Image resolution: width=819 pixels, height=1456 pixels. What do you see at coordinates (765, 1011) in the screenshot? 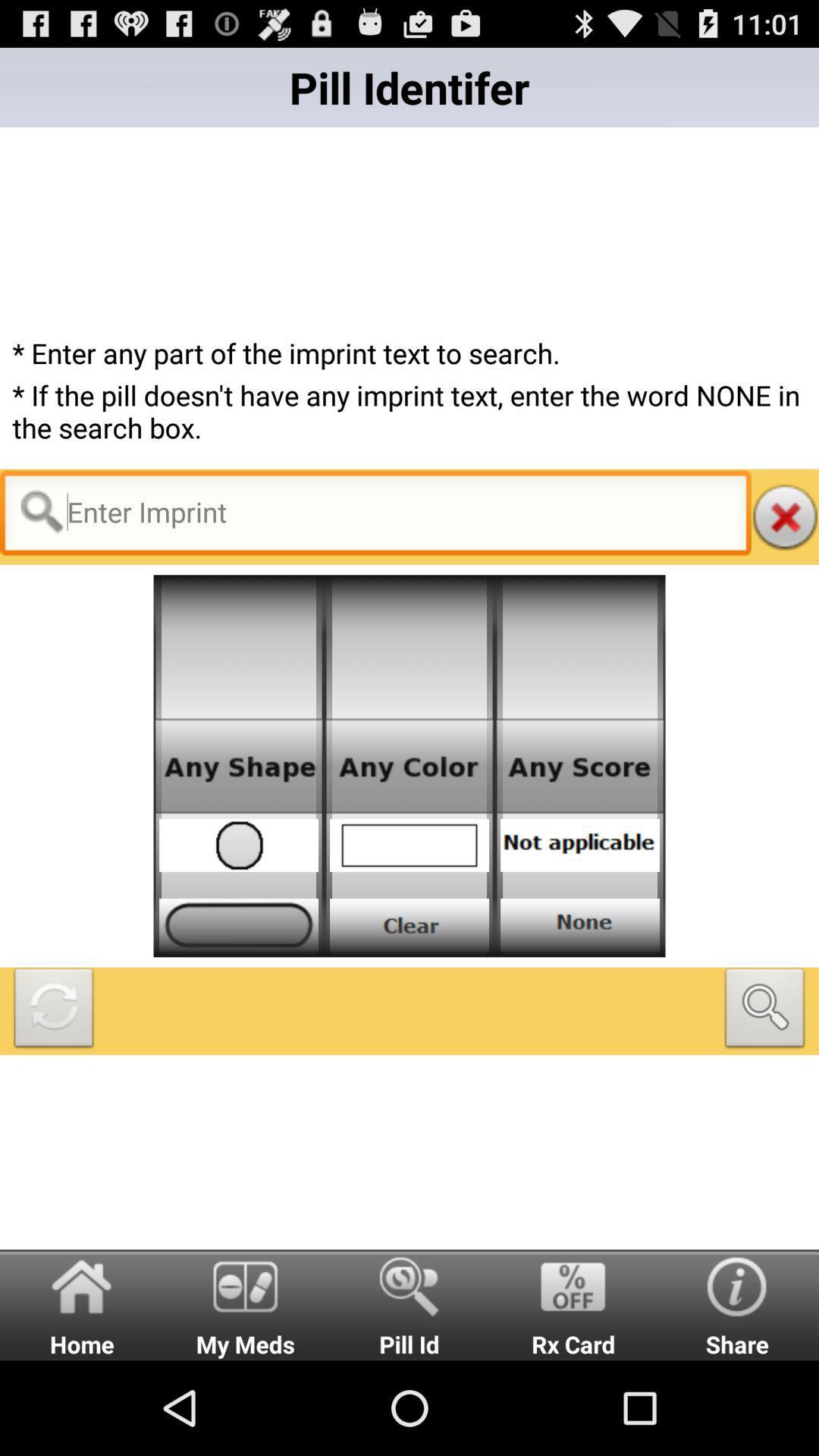
I see `the search option which is beside of the reload option` at bounding box center [765, 1011].